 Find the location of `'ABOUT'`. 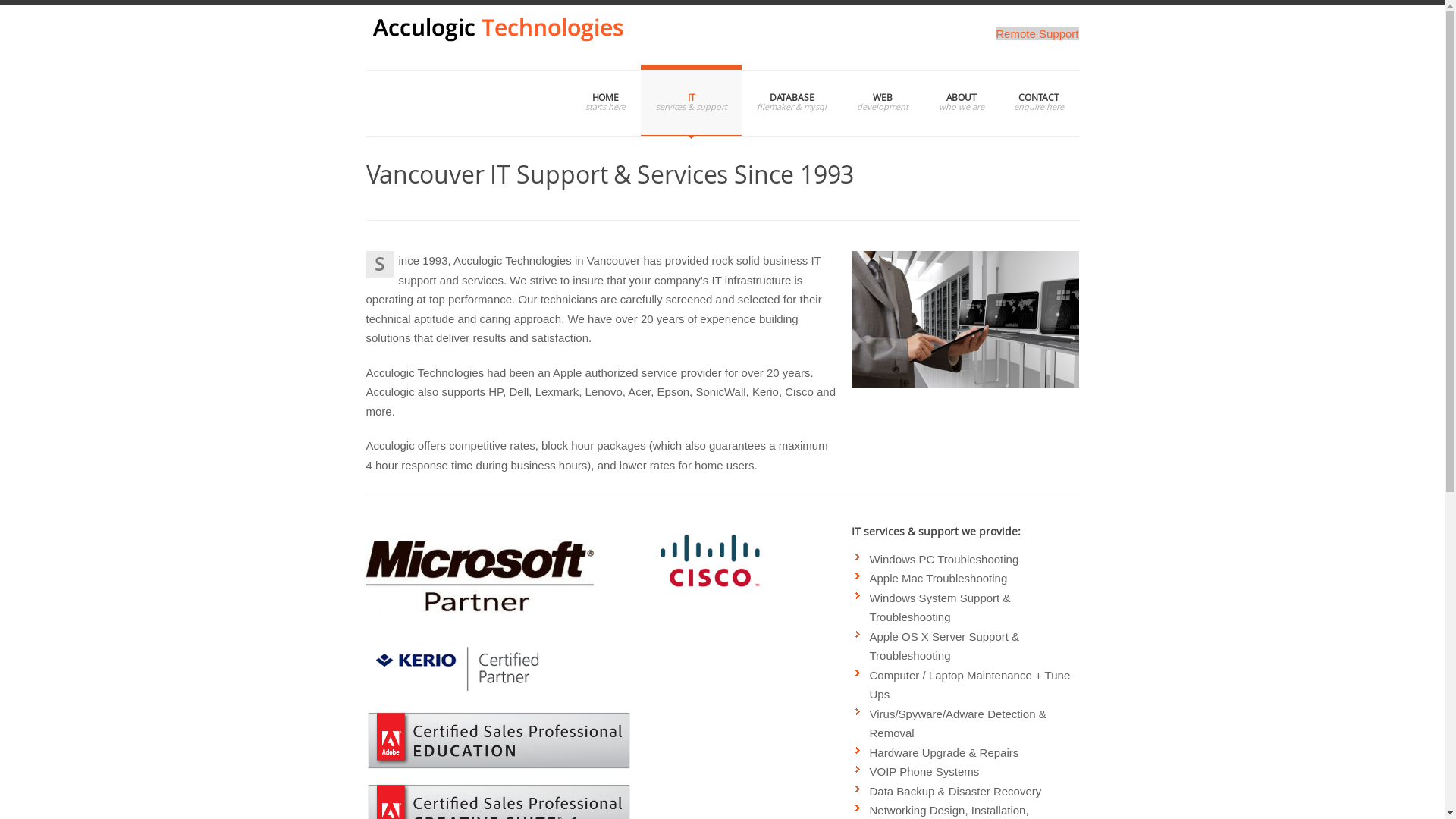

'ABOUT' is located at coordinates (960, 100).